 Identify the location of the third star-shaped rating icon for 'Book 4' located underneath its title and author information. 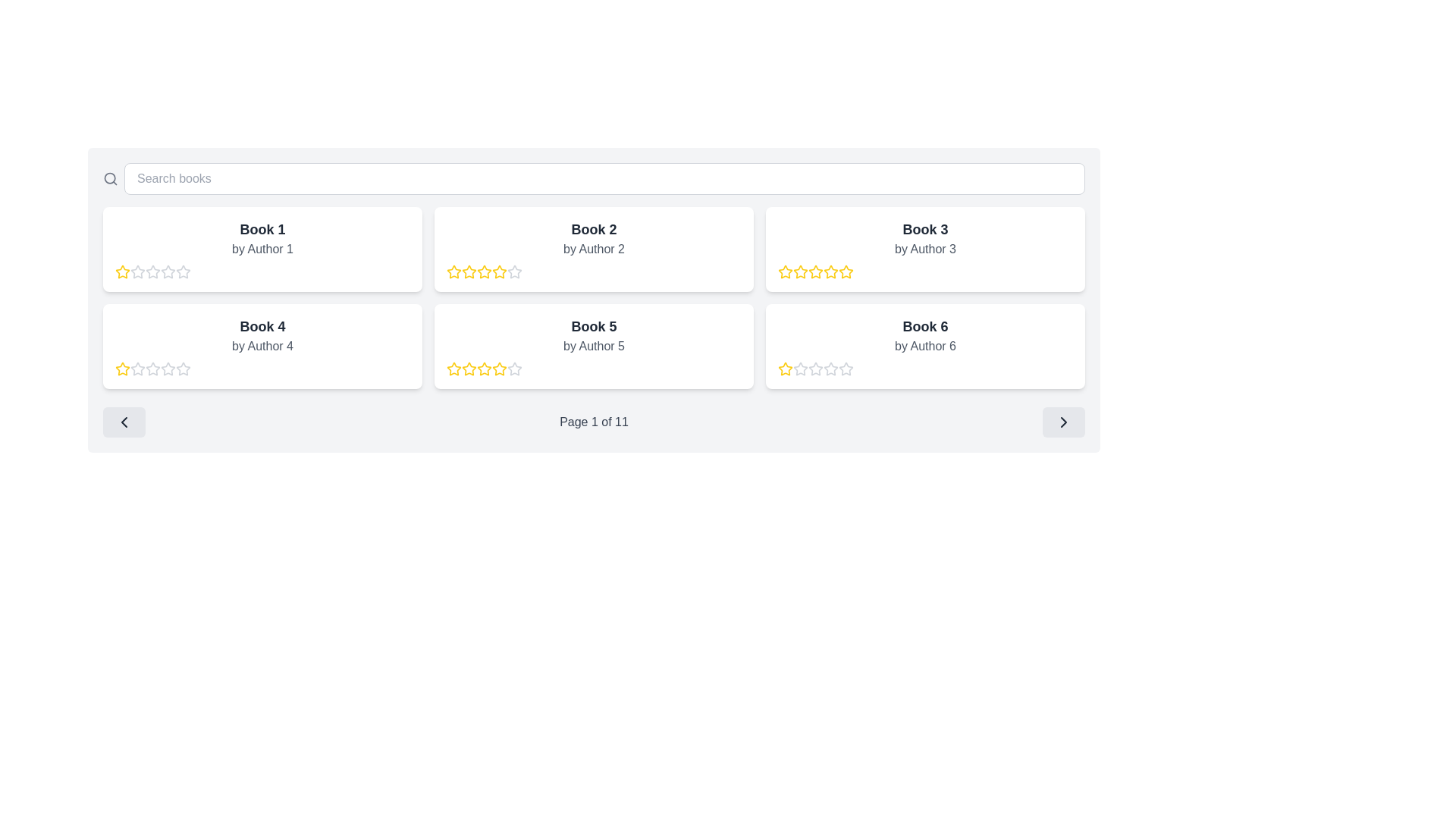
(138, 369).